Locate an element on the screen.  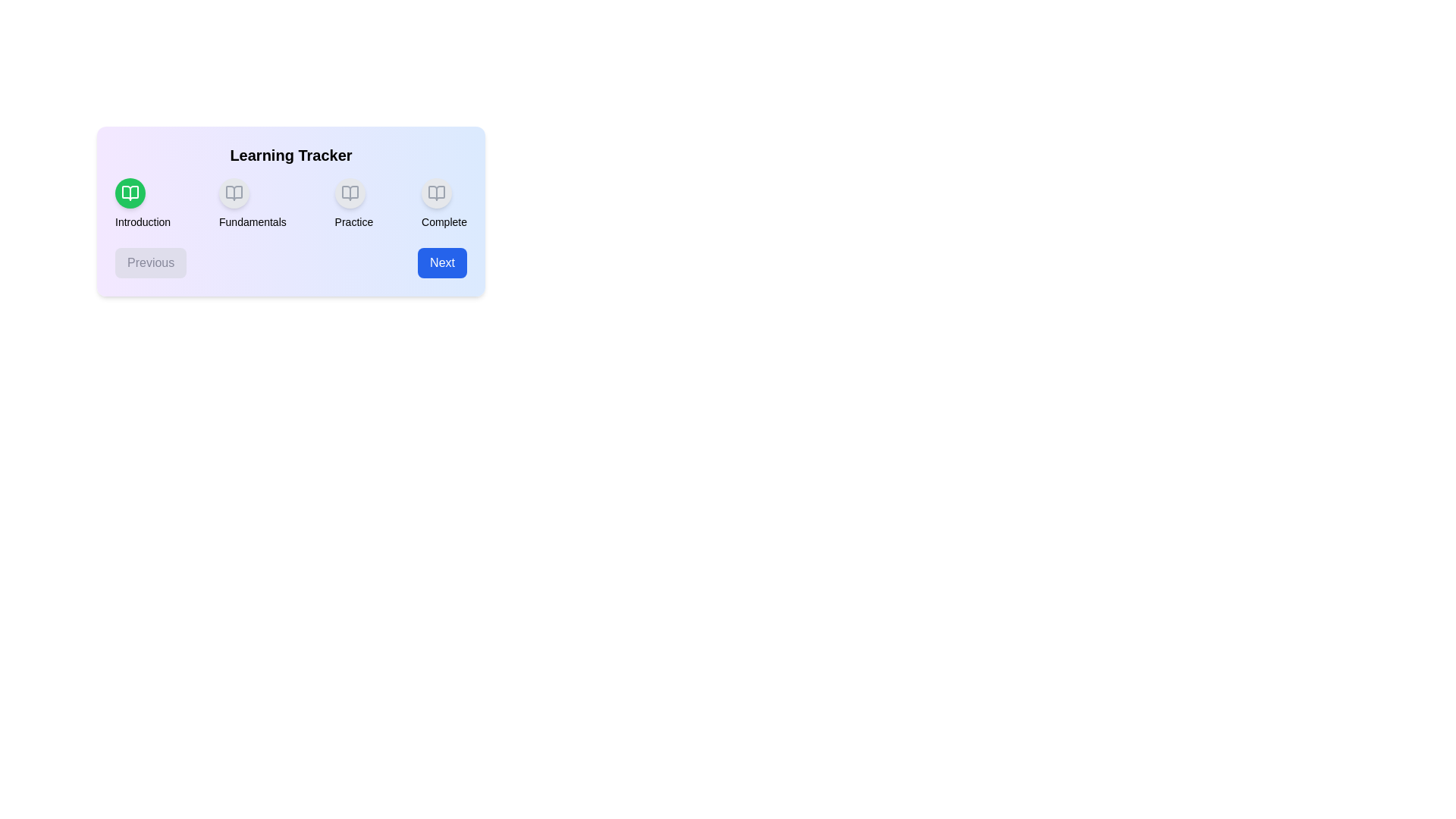
the 'Introduction' section indicator icon, which is visually represented by a green circular background in the Learning Tracker interface, located in the top-left region is located at coordinates (130, 192).